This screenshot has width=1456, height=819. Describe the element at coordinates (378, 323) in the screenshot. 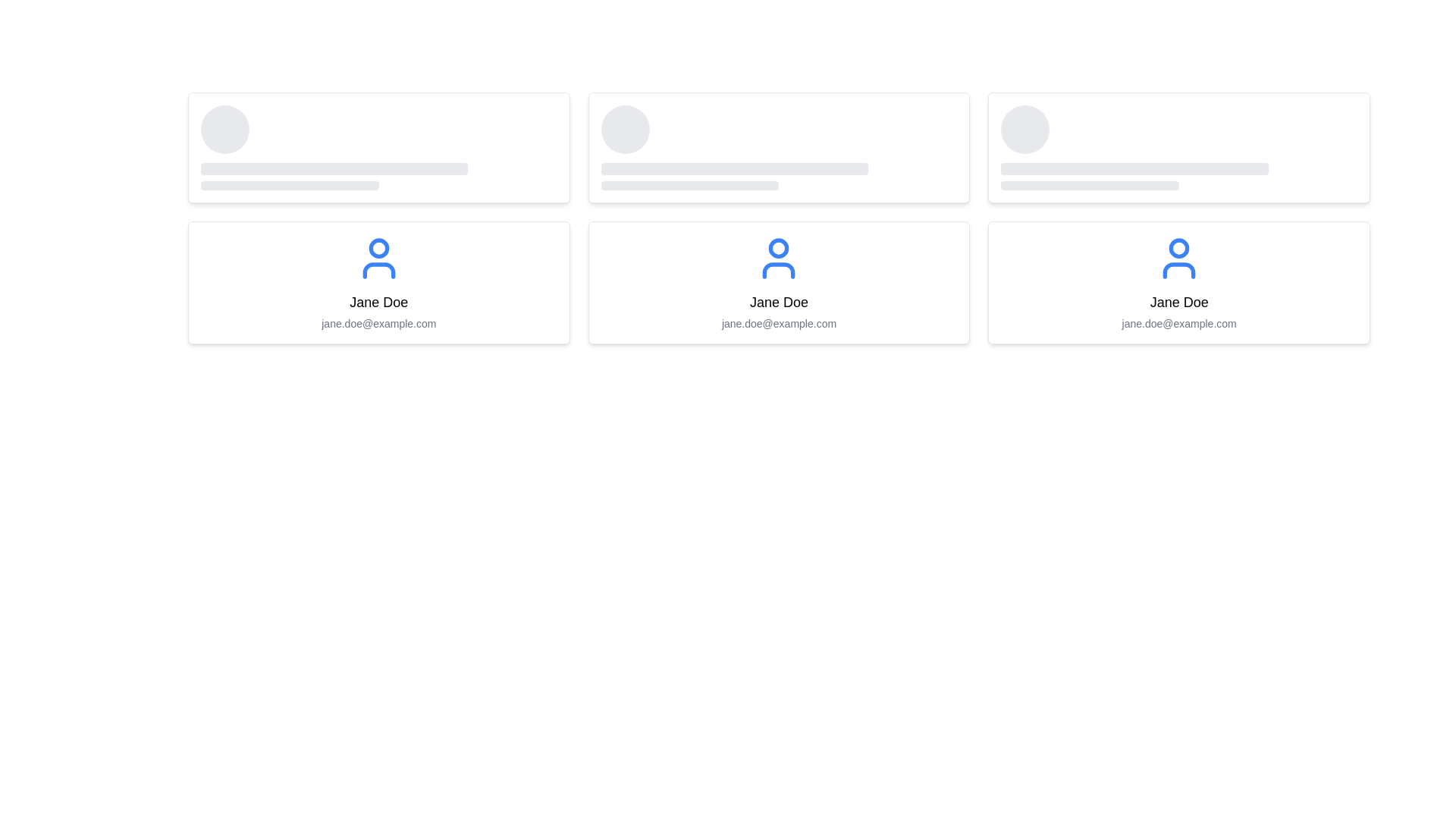

I see `user's email address displayed in the bottom section of the card, located directly below the name 'Jane Doe'` at that location.